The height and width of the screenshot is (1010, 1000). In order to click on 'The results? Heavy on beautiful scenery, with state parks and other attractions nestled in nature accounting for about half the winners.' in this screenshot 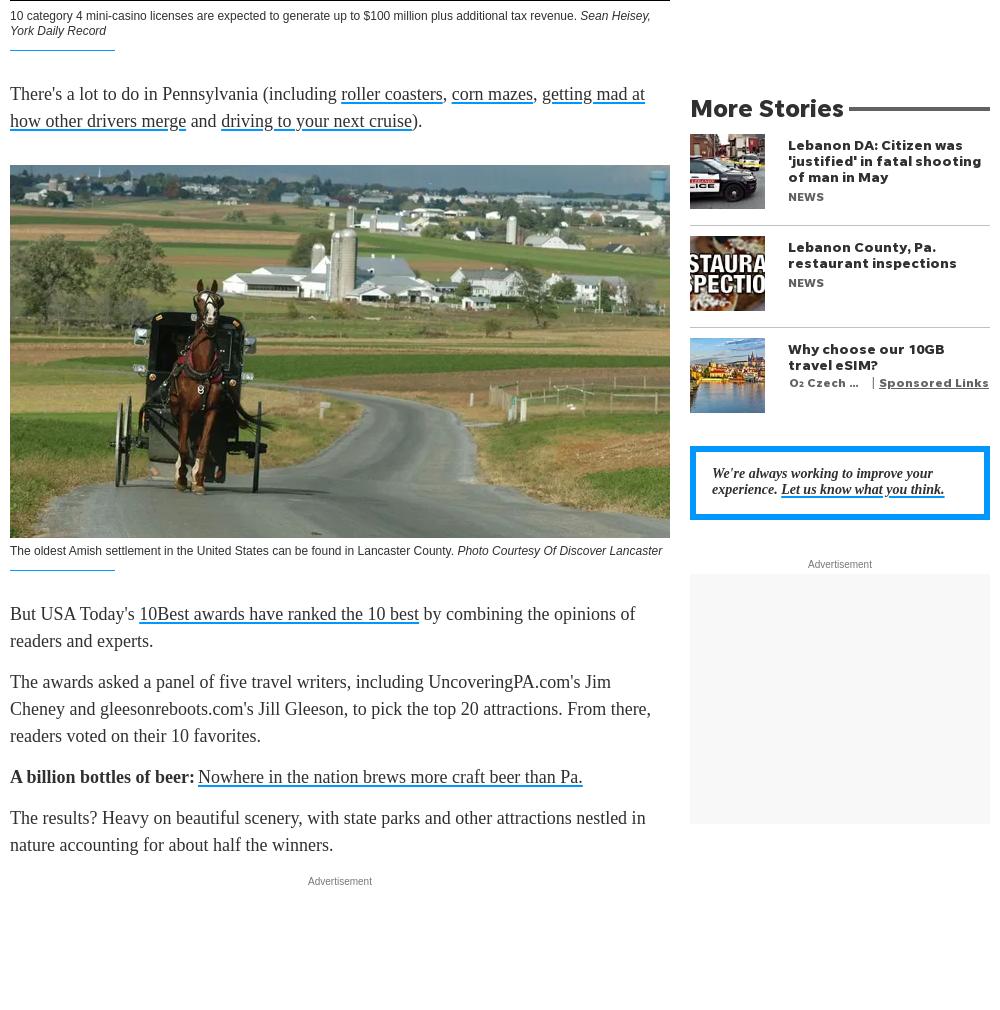, I will do `click(326, 831)`.